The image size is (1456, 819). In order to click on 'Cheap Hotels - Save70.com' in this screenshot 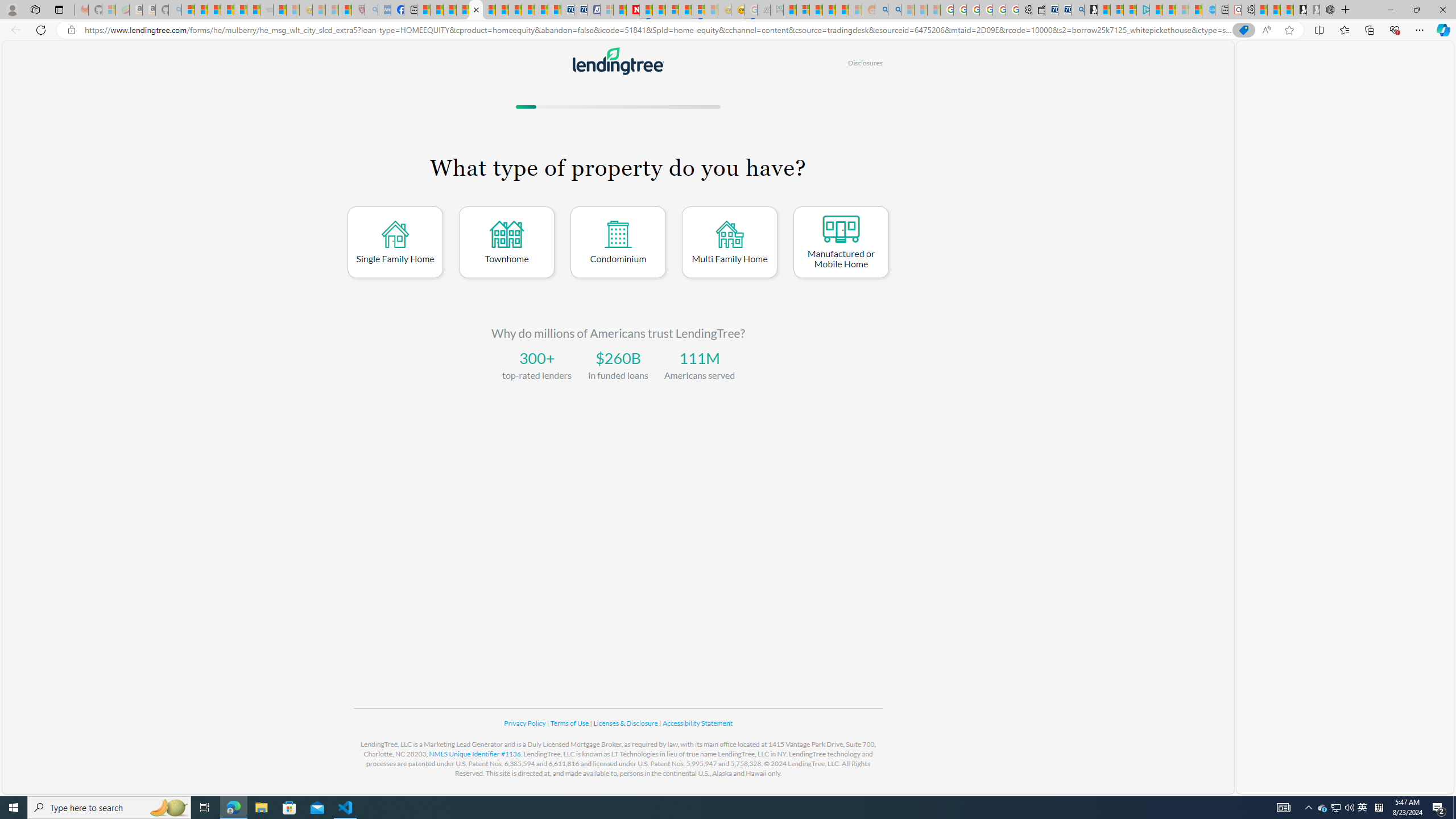, I will do `click(580, 9)`.